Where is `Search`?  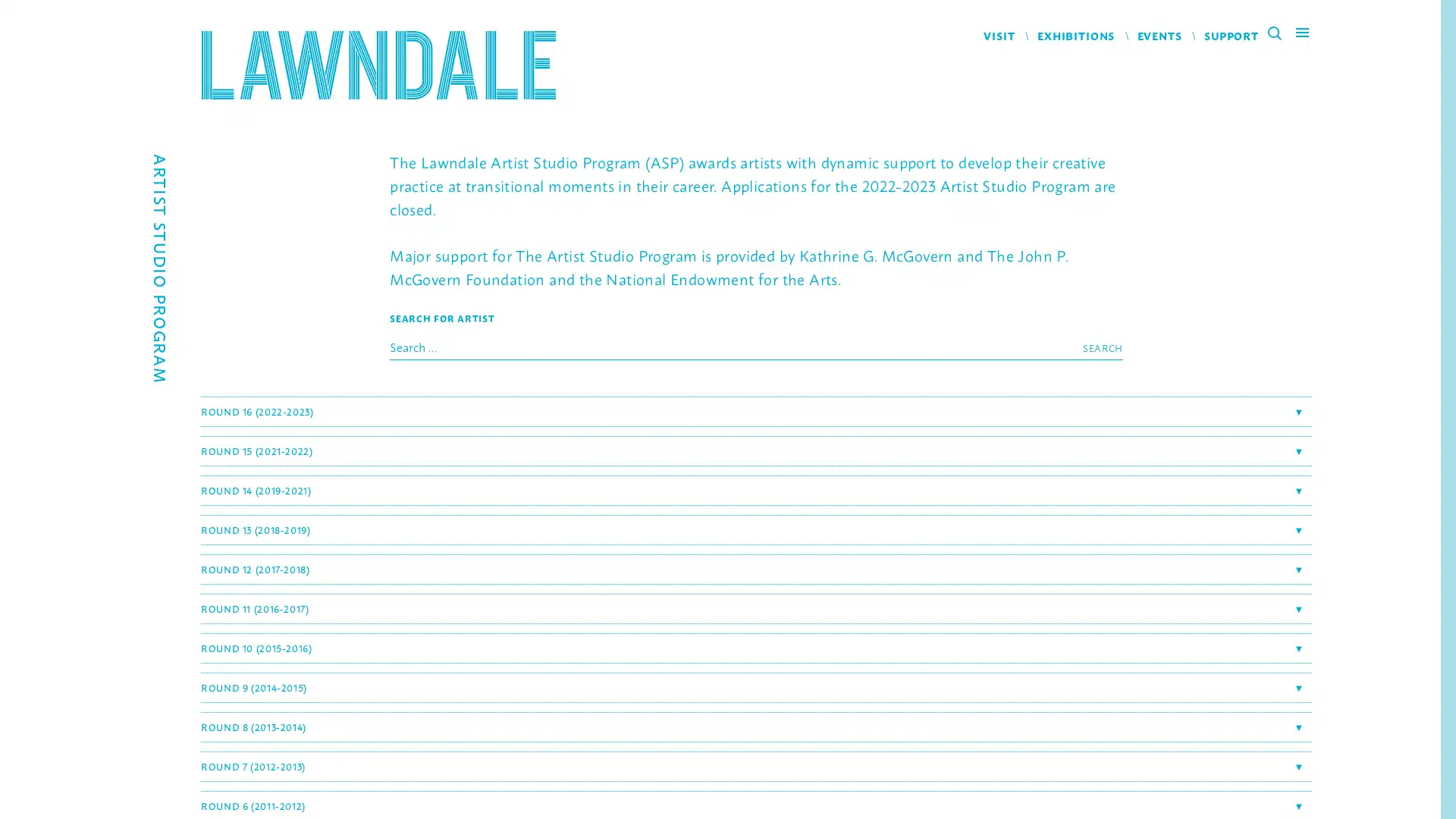 Search is located at coordinates (1279, 35).